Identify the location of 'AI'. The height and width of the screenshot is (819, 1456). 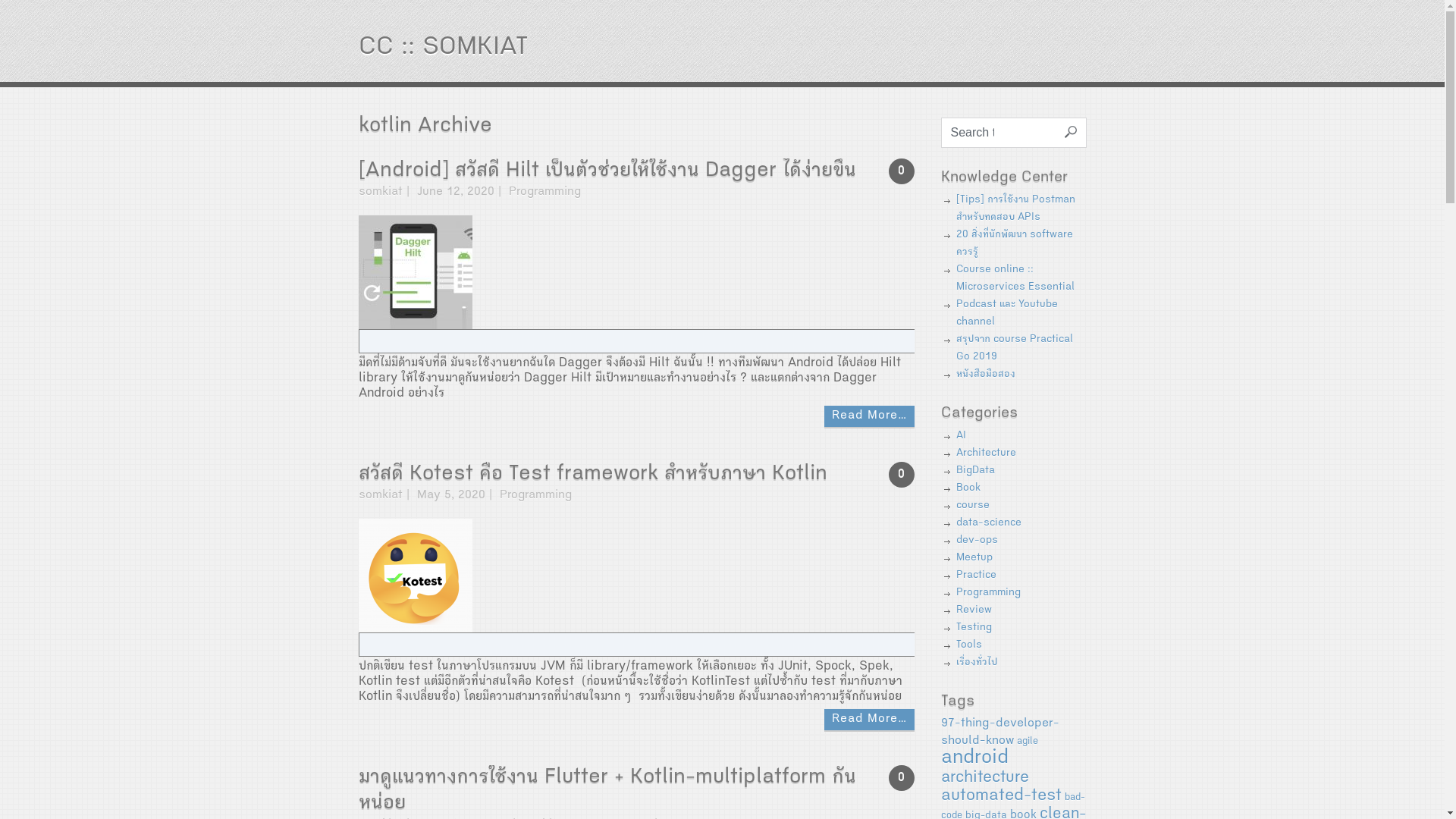
(959, 435).